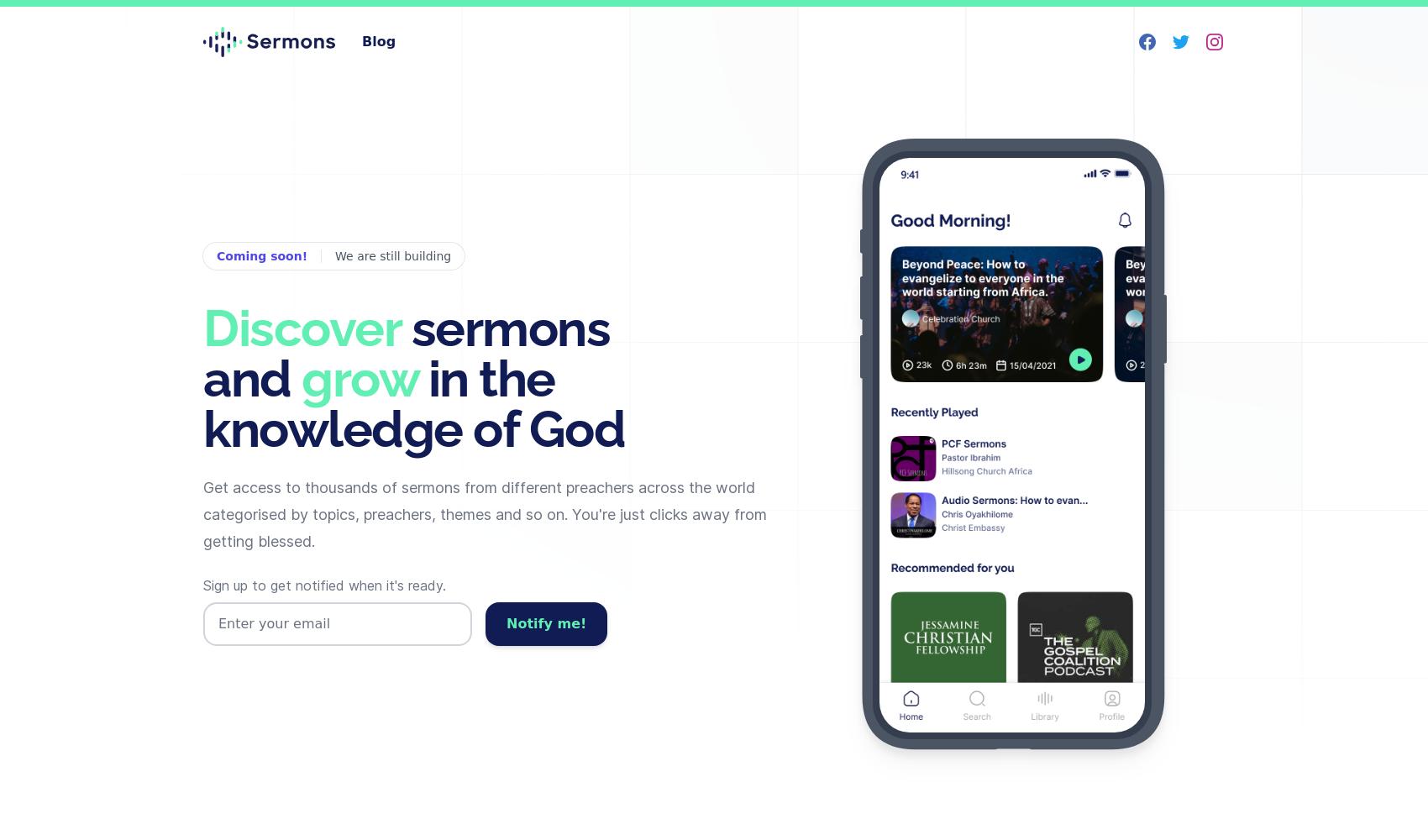 This screenshot has width=1428, height=840. Describe the element at coordinates (261, 255) in the screenshot. I see `'Coming soon!'` at that location.